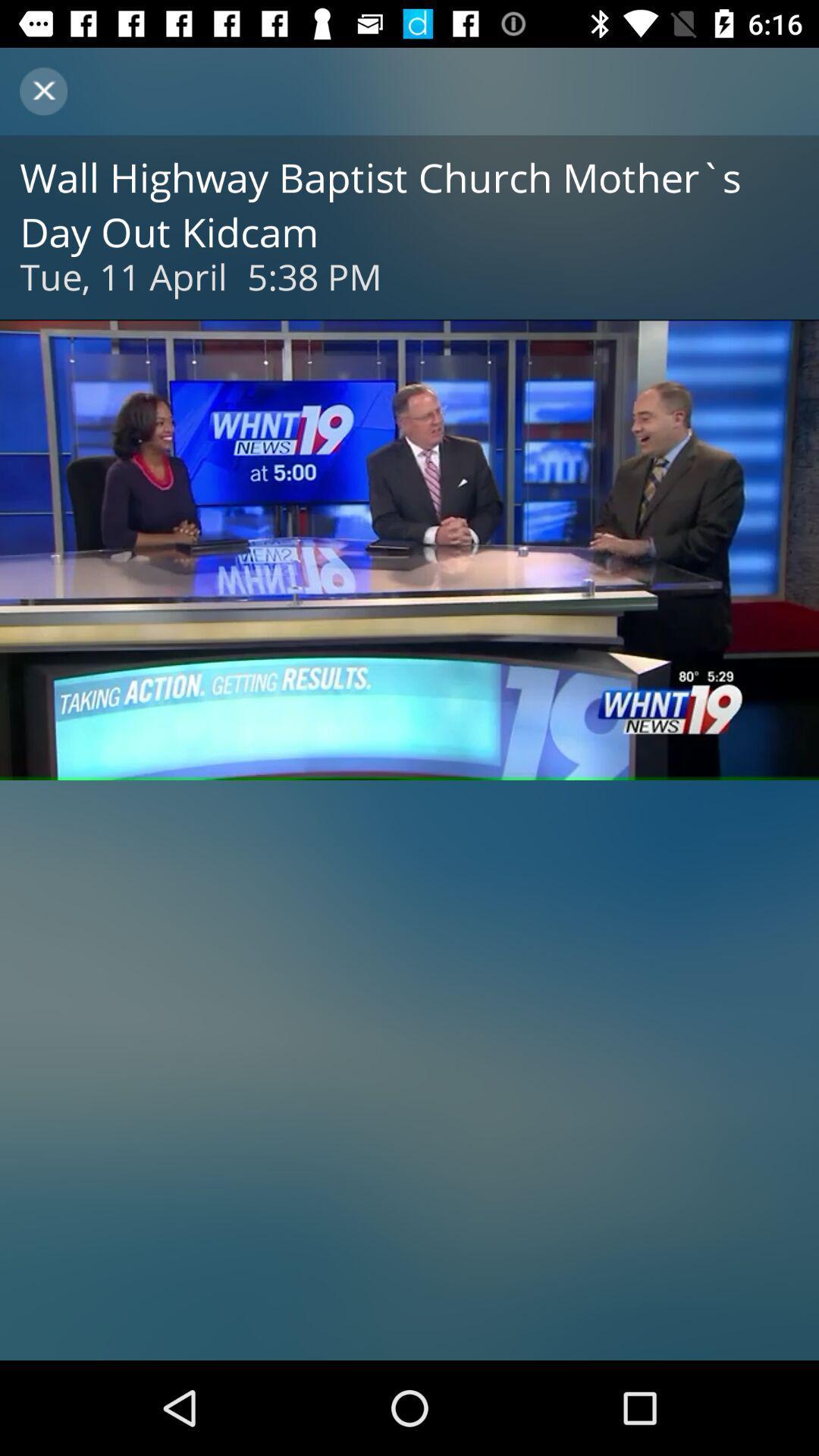  What do you see at coordinates (42, 90) in the screenshot?
I see `the close icon` at bounding box center [42, 90].